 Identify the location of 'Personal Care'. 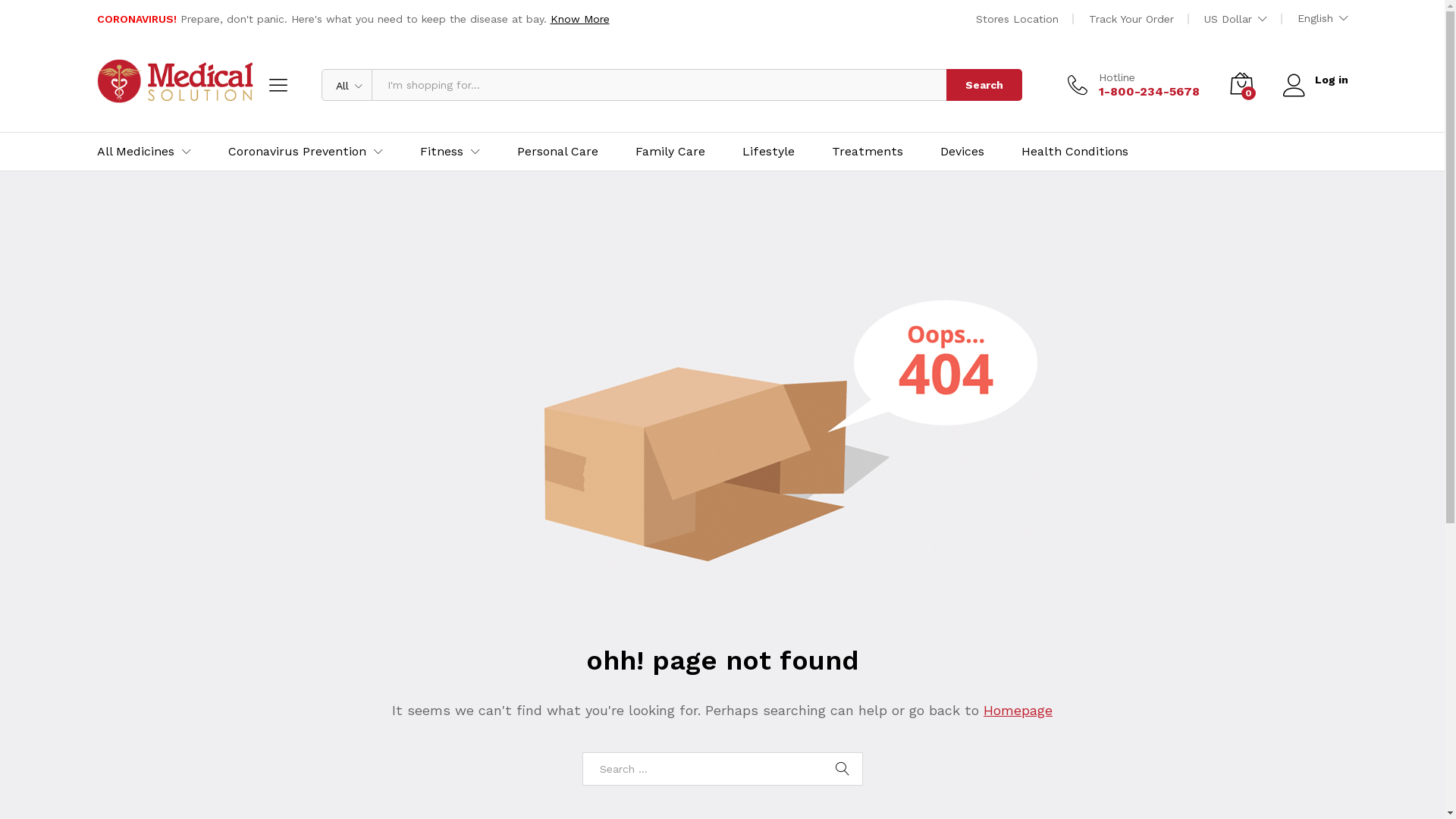
(557, 152).